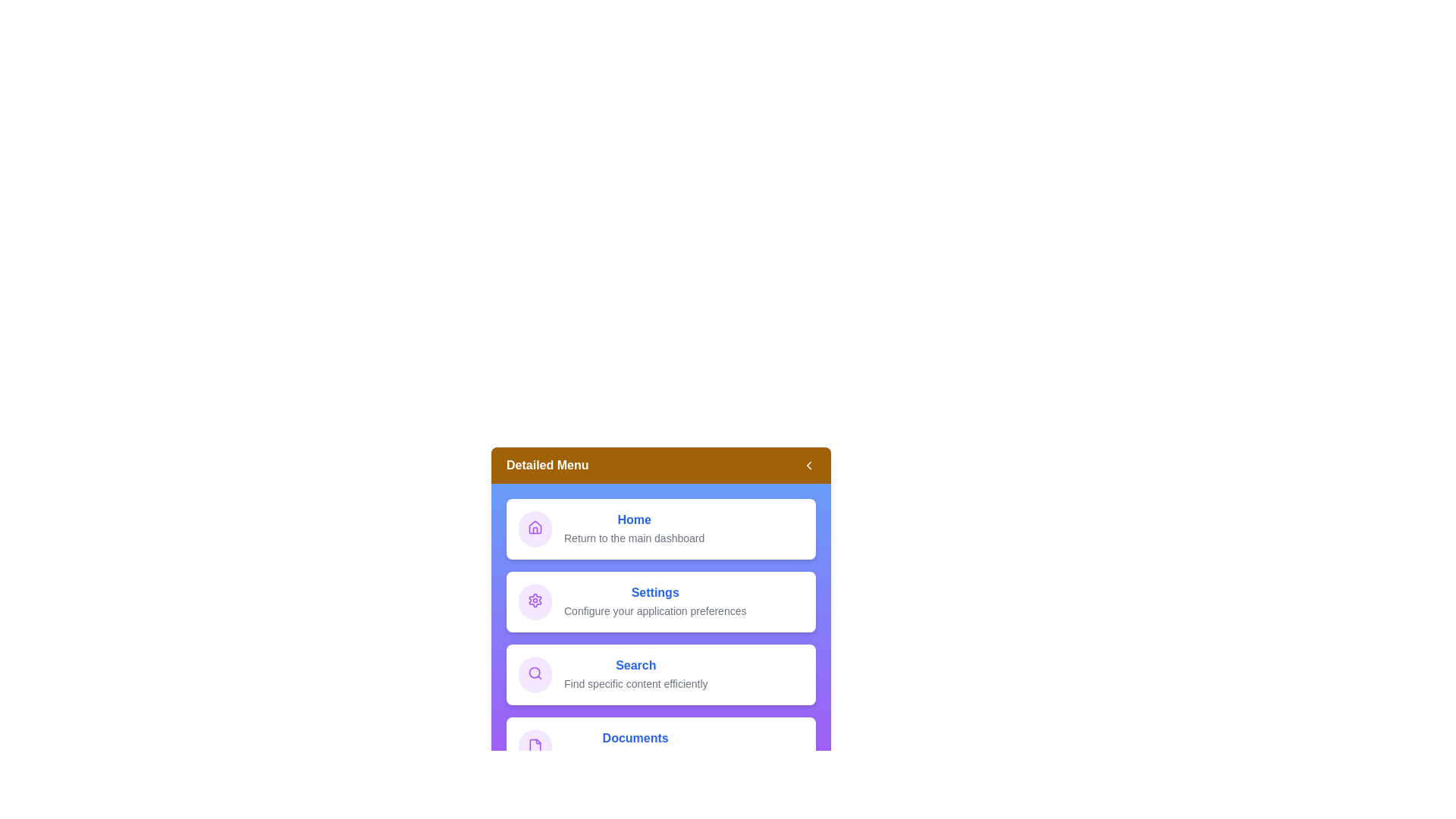 The height and width of the screenshot is (819, 1456). Describe the element at coordinates (535, 674) in the screenshot. I see `the icon corresponding to Search in the menu` at that location.